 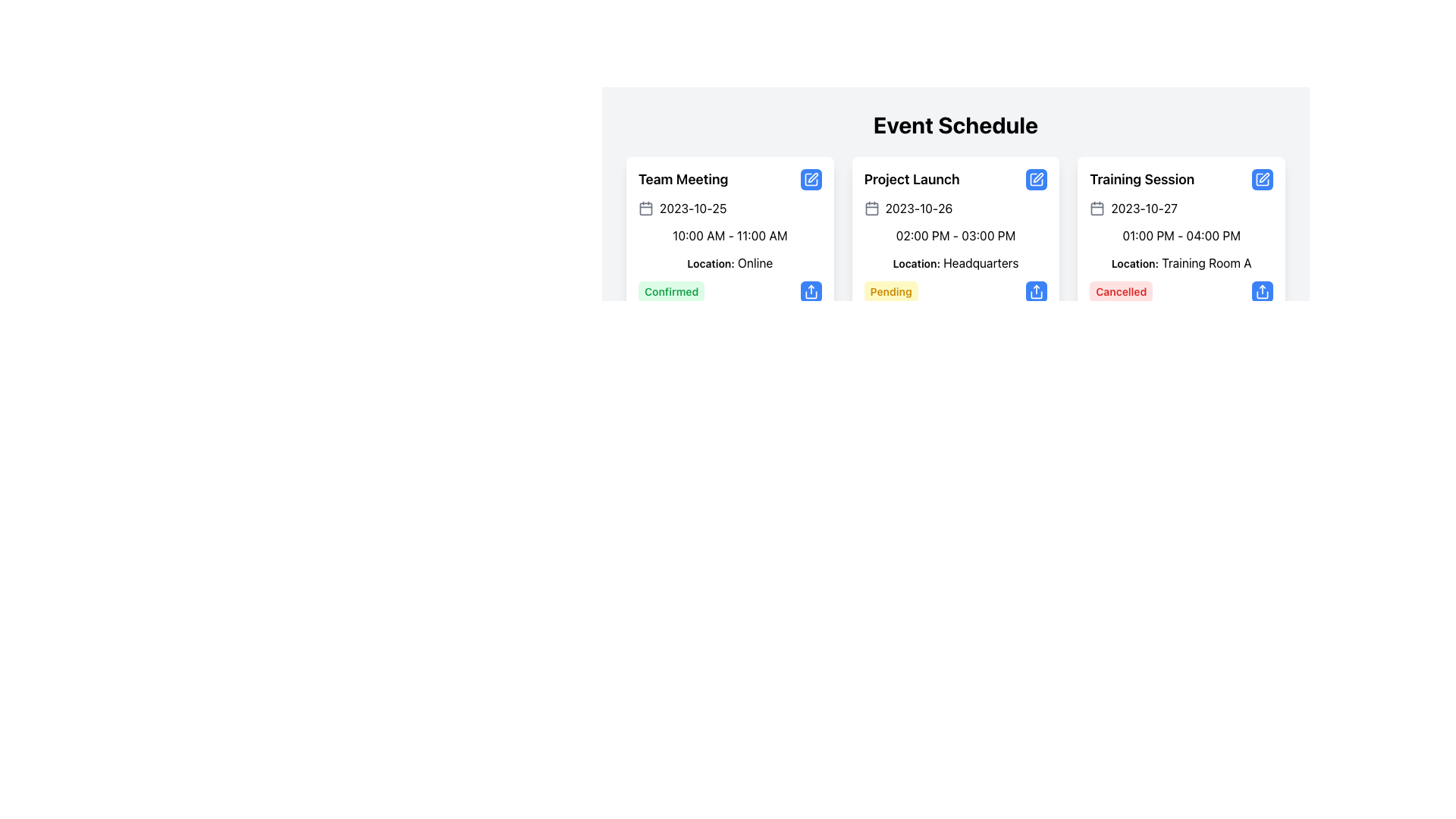 I want to click on scheduled time duration displayed as '10:00 AM - 11:00 AM' in the static text display located in the event details card for 'Team Meeting', so click(x=730, y=236).